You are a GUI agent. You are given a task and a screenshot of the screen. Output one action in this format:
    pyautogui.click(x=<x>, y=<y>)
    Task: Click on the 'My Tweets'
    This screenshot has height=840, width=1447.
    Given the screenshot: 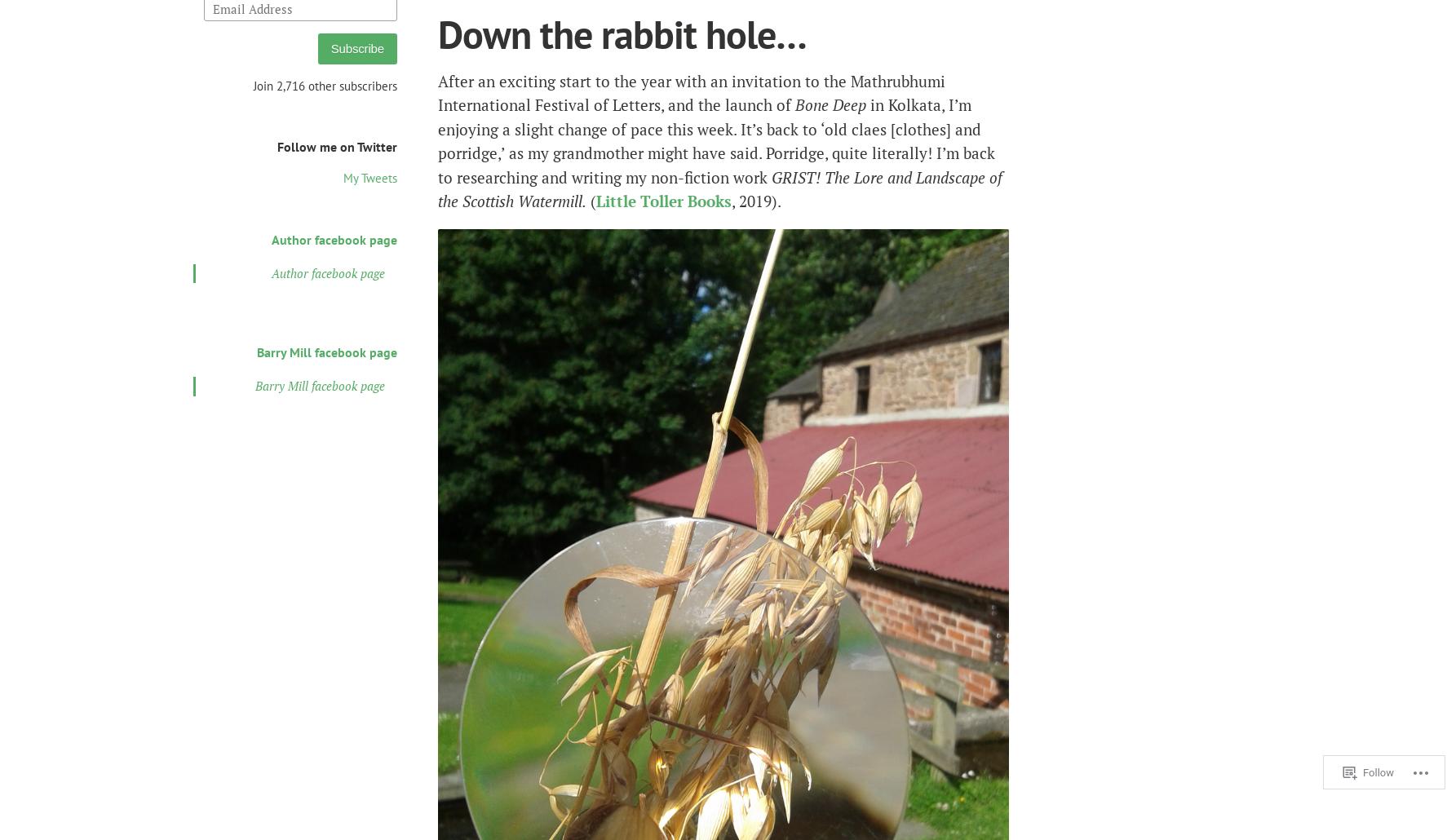 What is the action you would take?
    pyautogui.click(x=342, y=177)
    